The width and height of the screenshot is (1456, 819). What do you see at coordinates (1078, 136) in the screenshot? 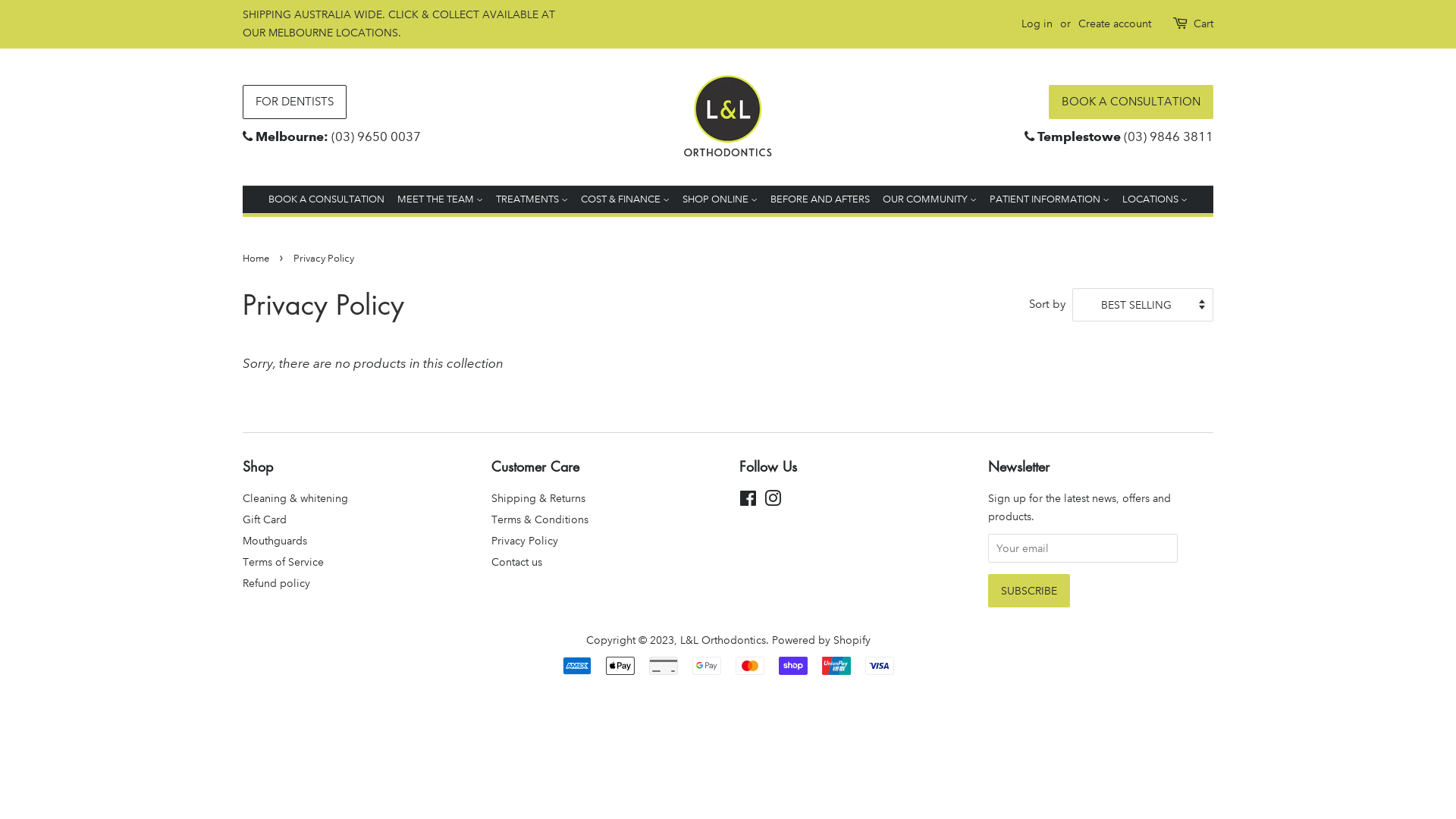
I see `'Templestowe'` at bounding box center [1078, 136].